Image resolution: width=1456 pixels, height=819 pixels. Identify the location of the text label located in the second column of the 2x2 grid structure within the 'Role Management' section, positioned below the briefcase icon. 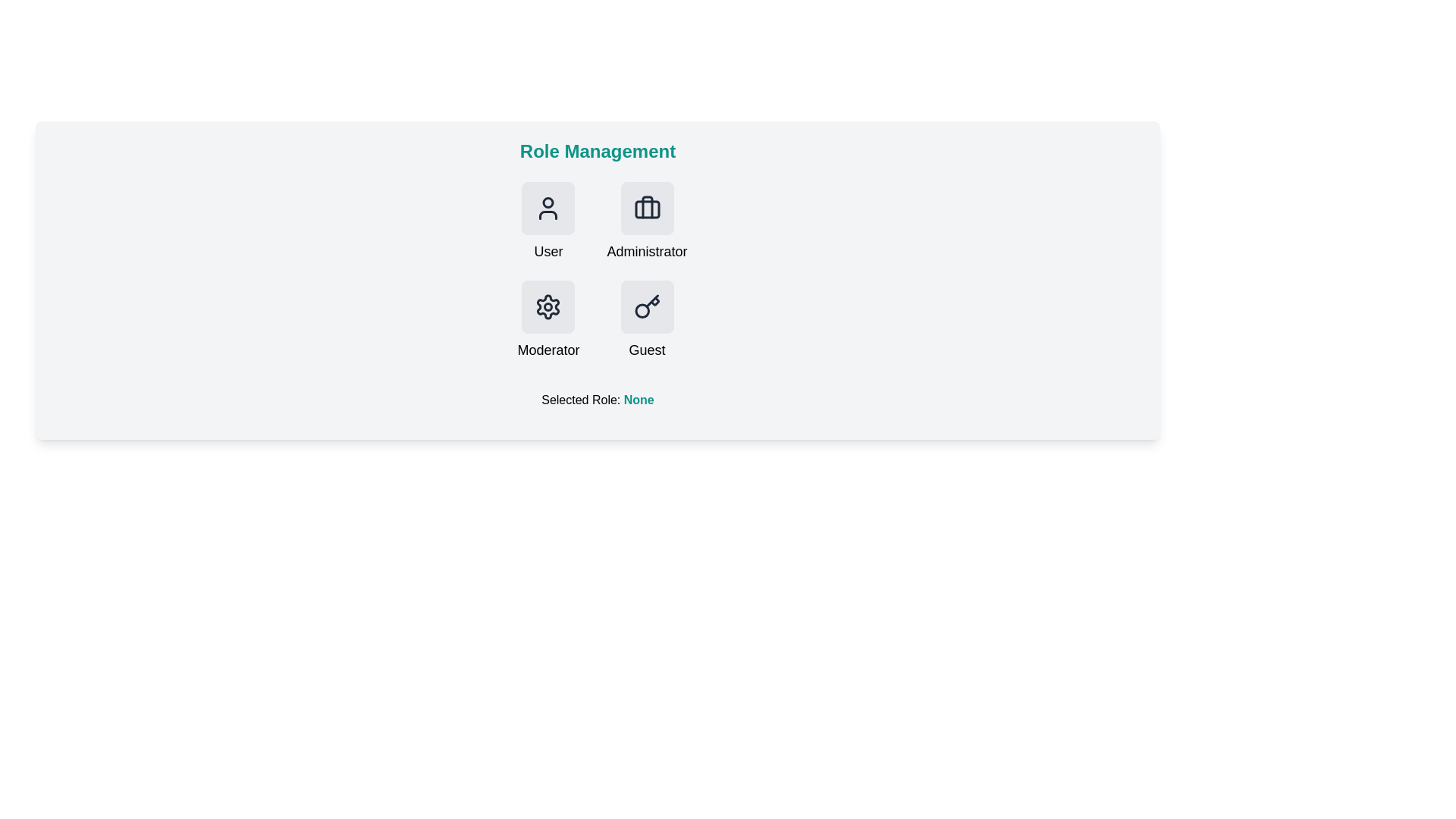
(647, 250).